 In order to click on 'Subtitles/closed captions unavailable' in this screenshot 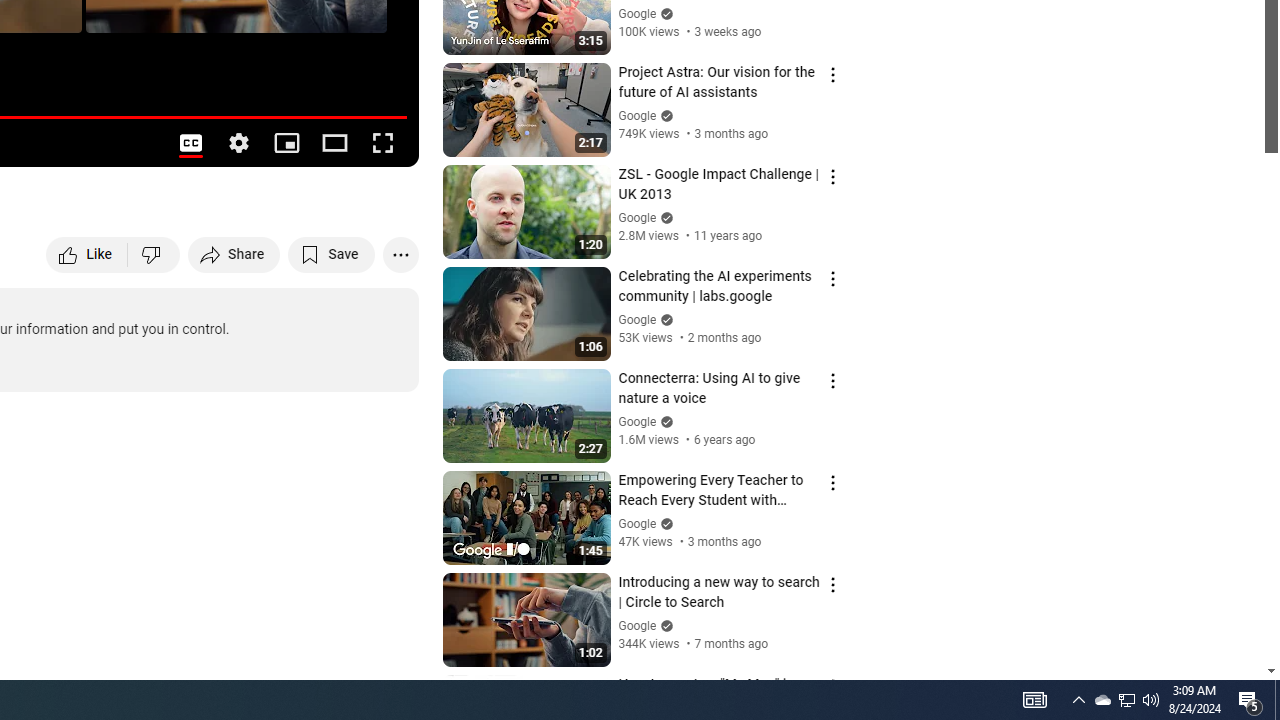, I will do `click(190, 141)`.